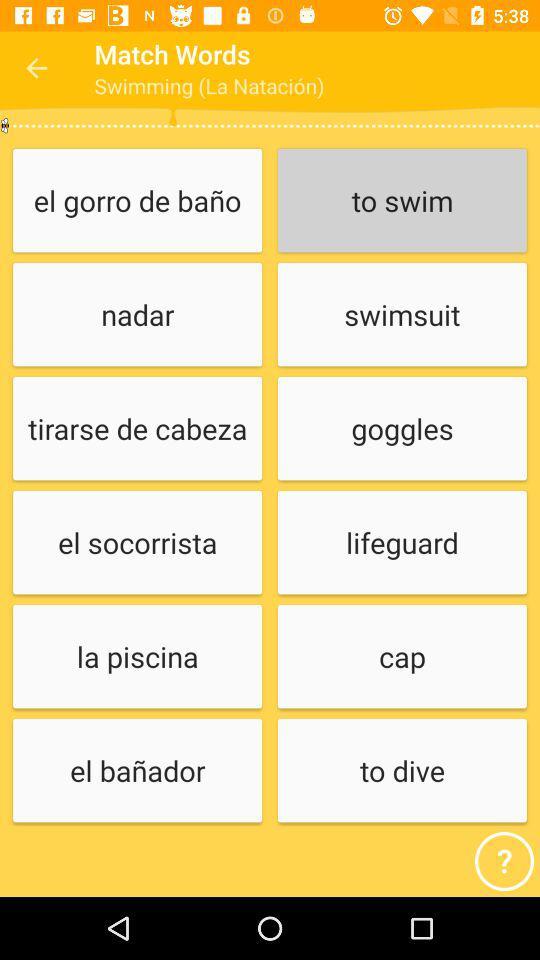 Image resolution: width=540 pixels, height=960 pixels. What do you see at coordinates (402, 656) in the screenshot?
I see `icon below the lifeguard icon` at bounding box center [402, 656].